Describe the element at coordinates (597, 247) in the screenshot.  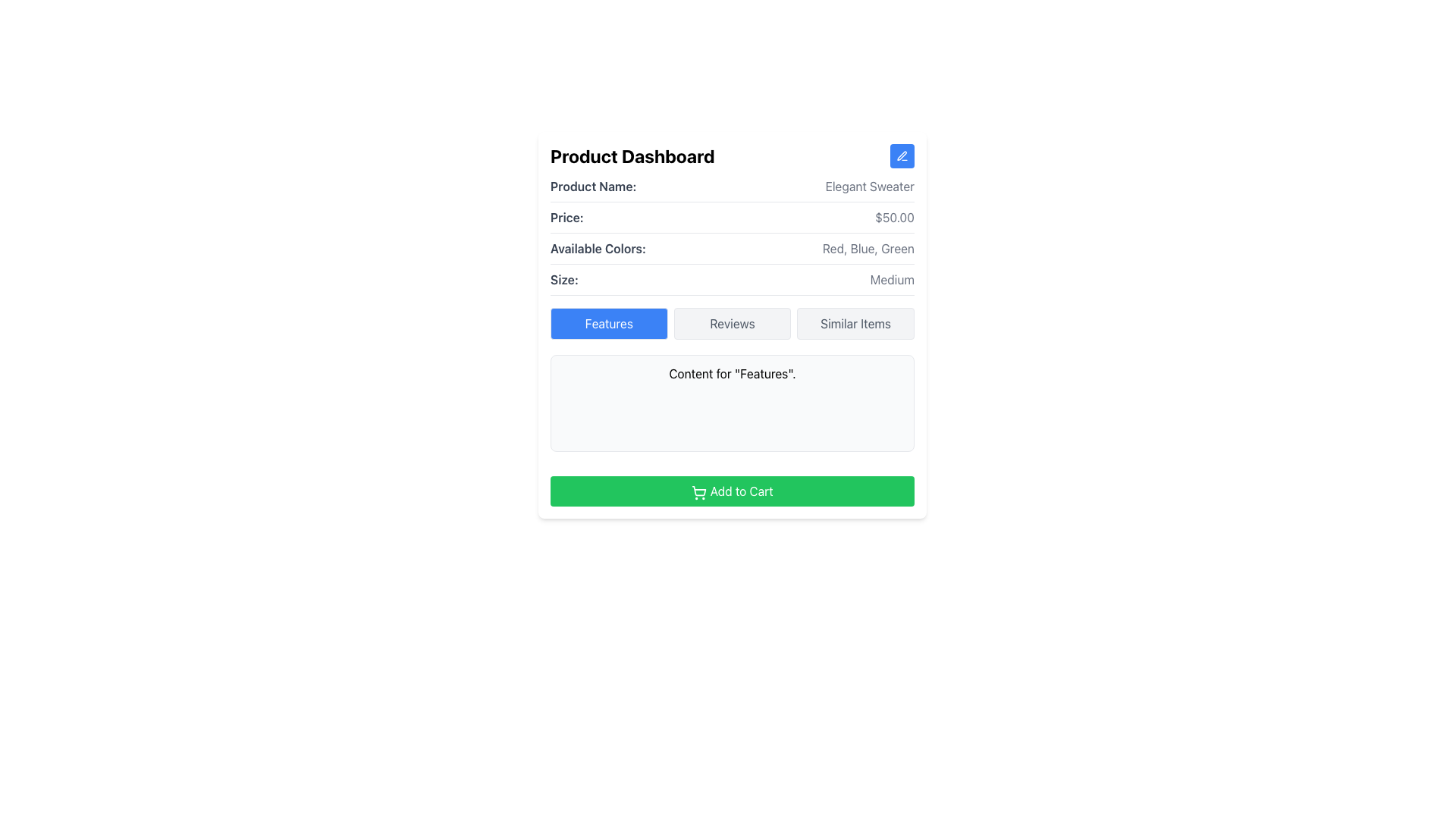
I see `the text label displaying 'Available Colors:' which is styled with a bold font and gray color, positioned in a horizontal layout, aligned to the left of the color description text` at that location.